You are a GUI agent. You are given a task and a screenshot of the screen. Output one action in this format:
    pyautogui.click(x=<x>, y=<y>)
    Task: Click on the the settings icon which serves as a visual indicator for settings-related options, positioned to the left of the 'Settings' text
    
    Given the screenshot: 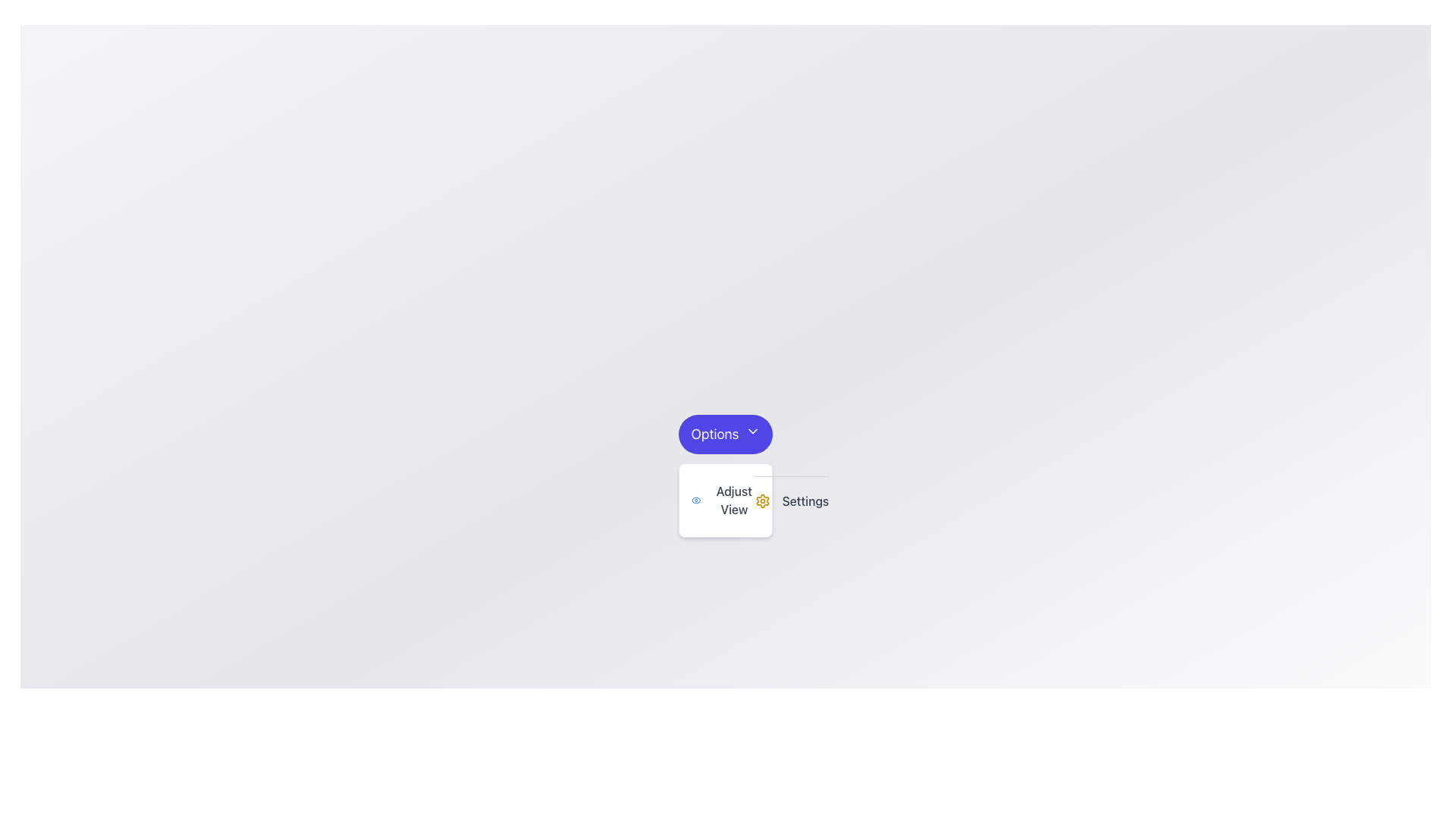 What is the action you would take?
    pyautogui.click(x=762, y=500)
    